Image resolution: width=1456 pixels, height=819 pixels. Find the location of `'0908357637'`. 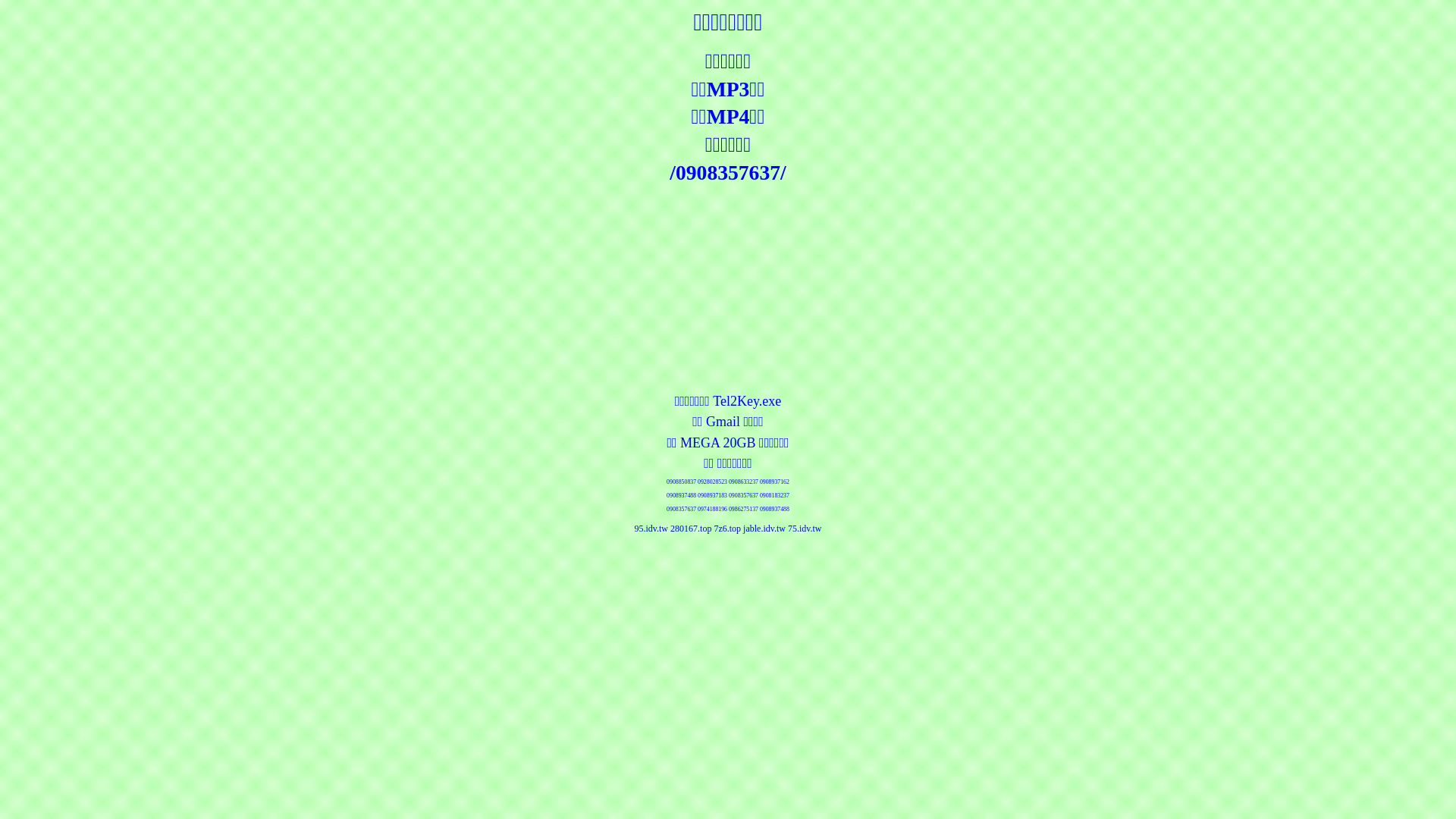

'0908357637' is located at coordinates (728, 495).